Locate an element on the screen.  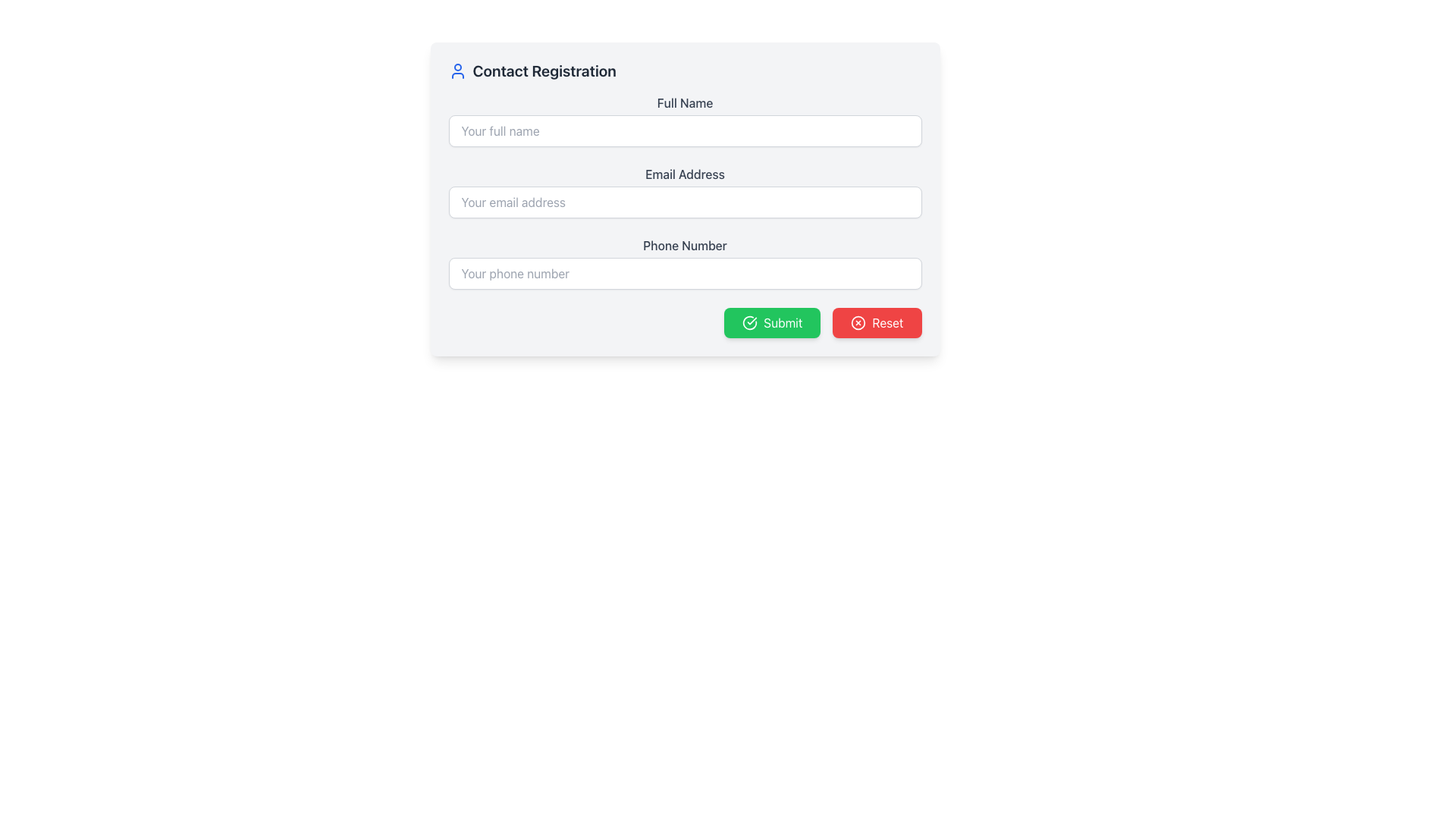
the green 'Submit' button with a white check-circle icon is located at coordinates (772, 322).